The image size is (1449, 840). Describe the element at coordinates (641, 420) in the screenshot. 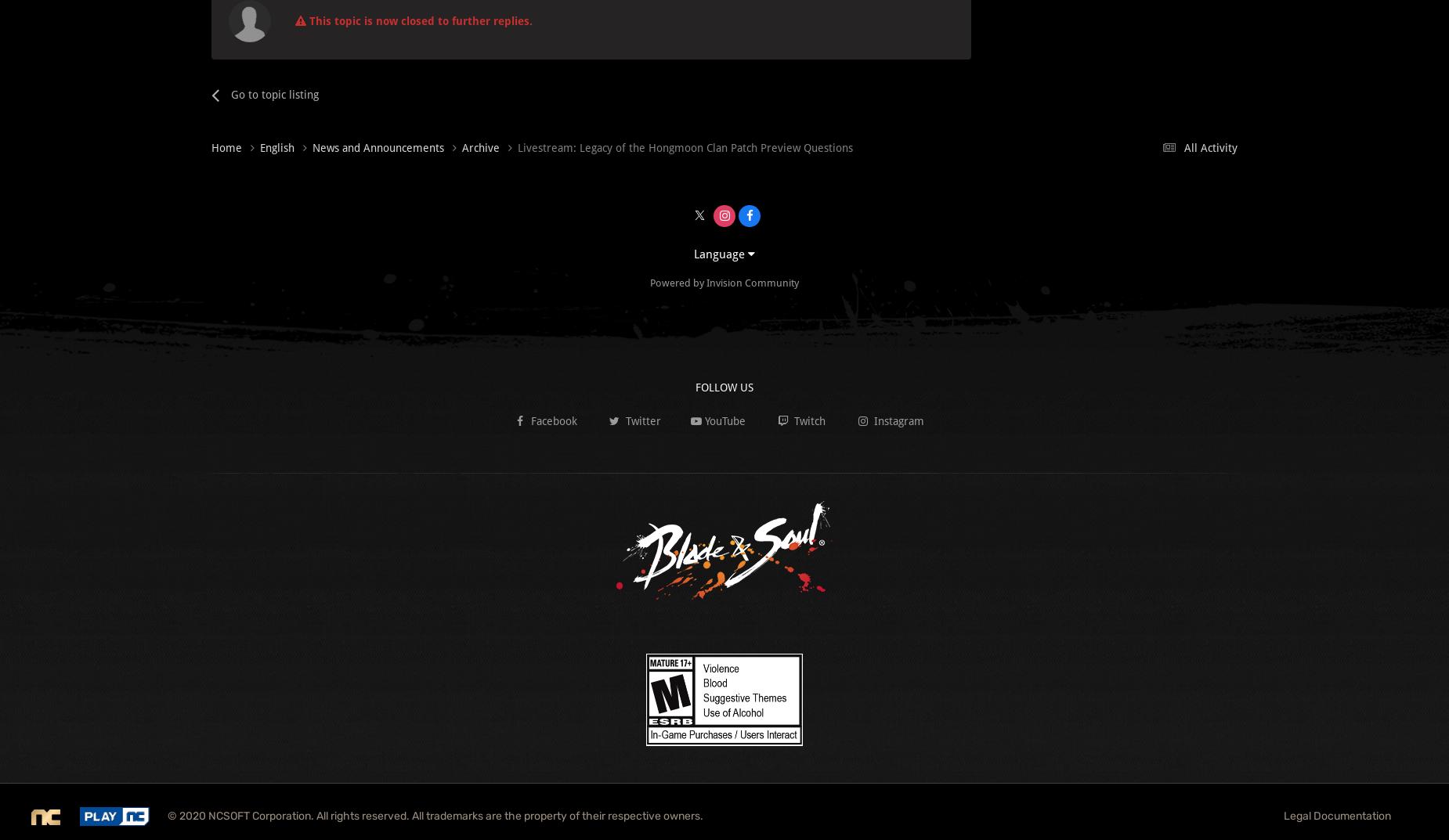

I see `'Twitter'` at that location.